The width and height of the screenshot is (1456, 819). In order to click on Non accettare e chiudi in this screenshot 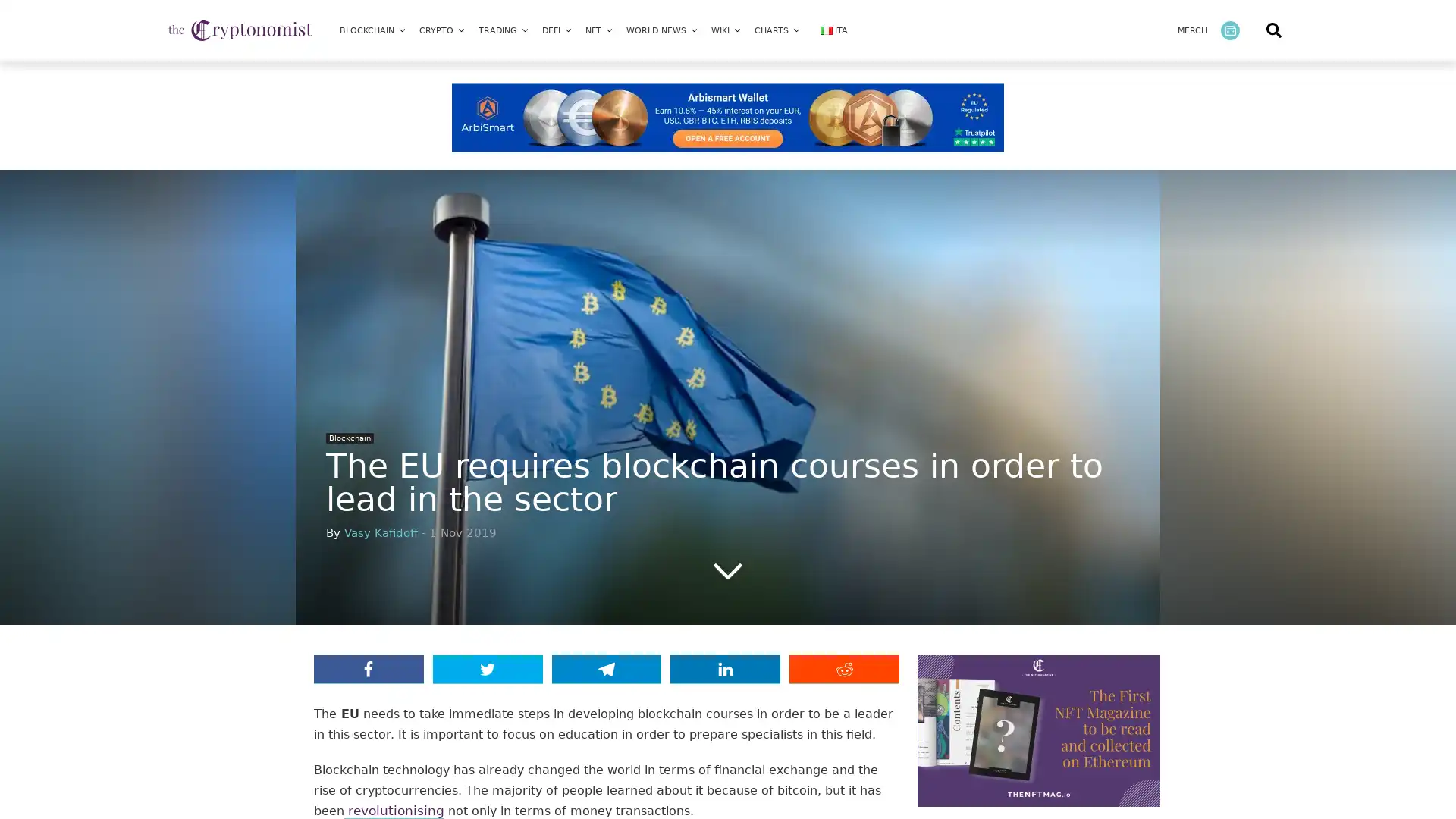, I will do `click(1053, 679)`.